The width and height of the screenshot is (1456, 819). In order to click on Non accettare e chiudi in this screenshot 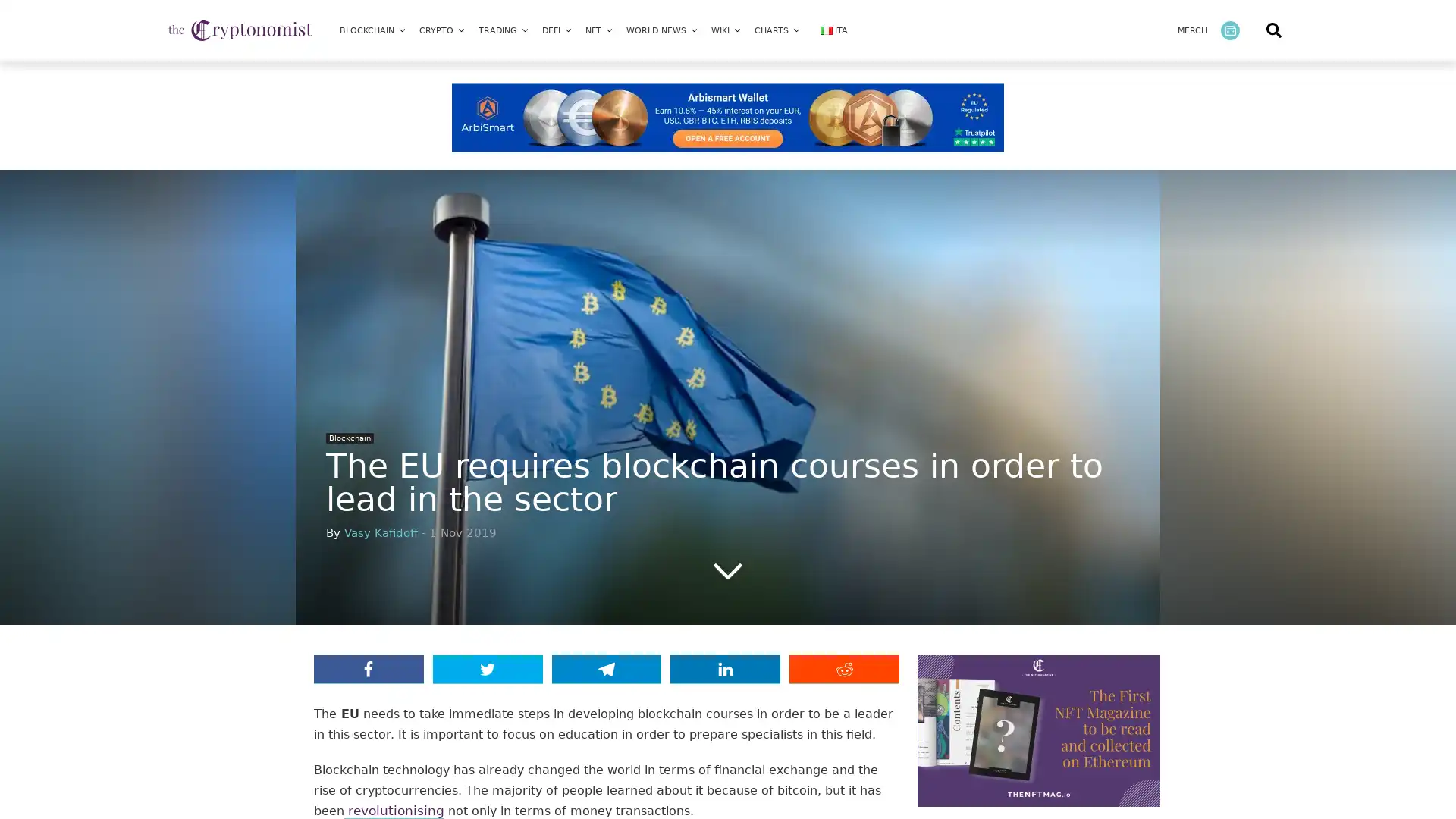, I will do `click(1053, 679)`.